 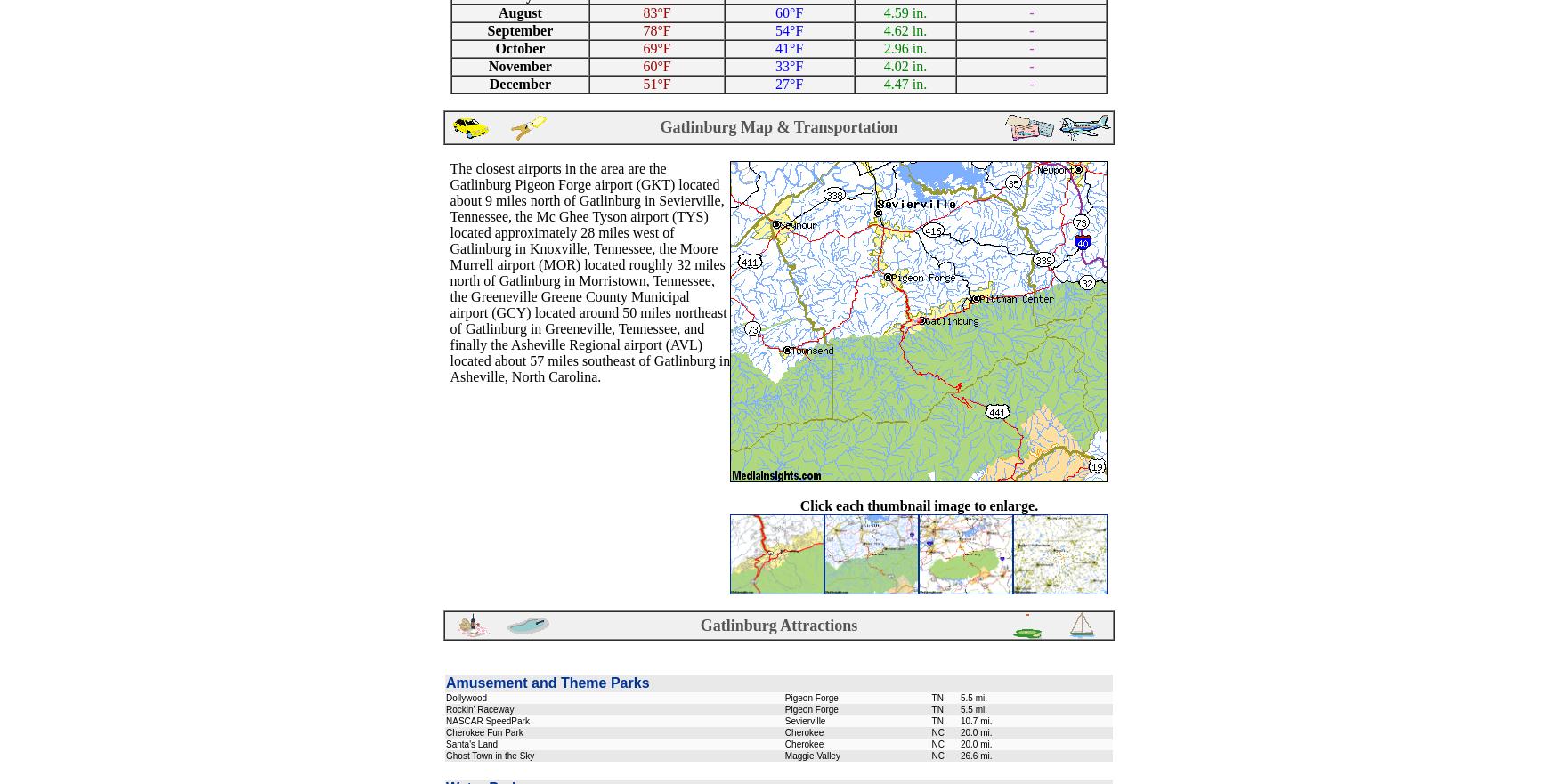 What do you see at coordinates (479, 709) in the screenshot?
I see `'Rockin' Raceway'` at bounding box center [479, 709].